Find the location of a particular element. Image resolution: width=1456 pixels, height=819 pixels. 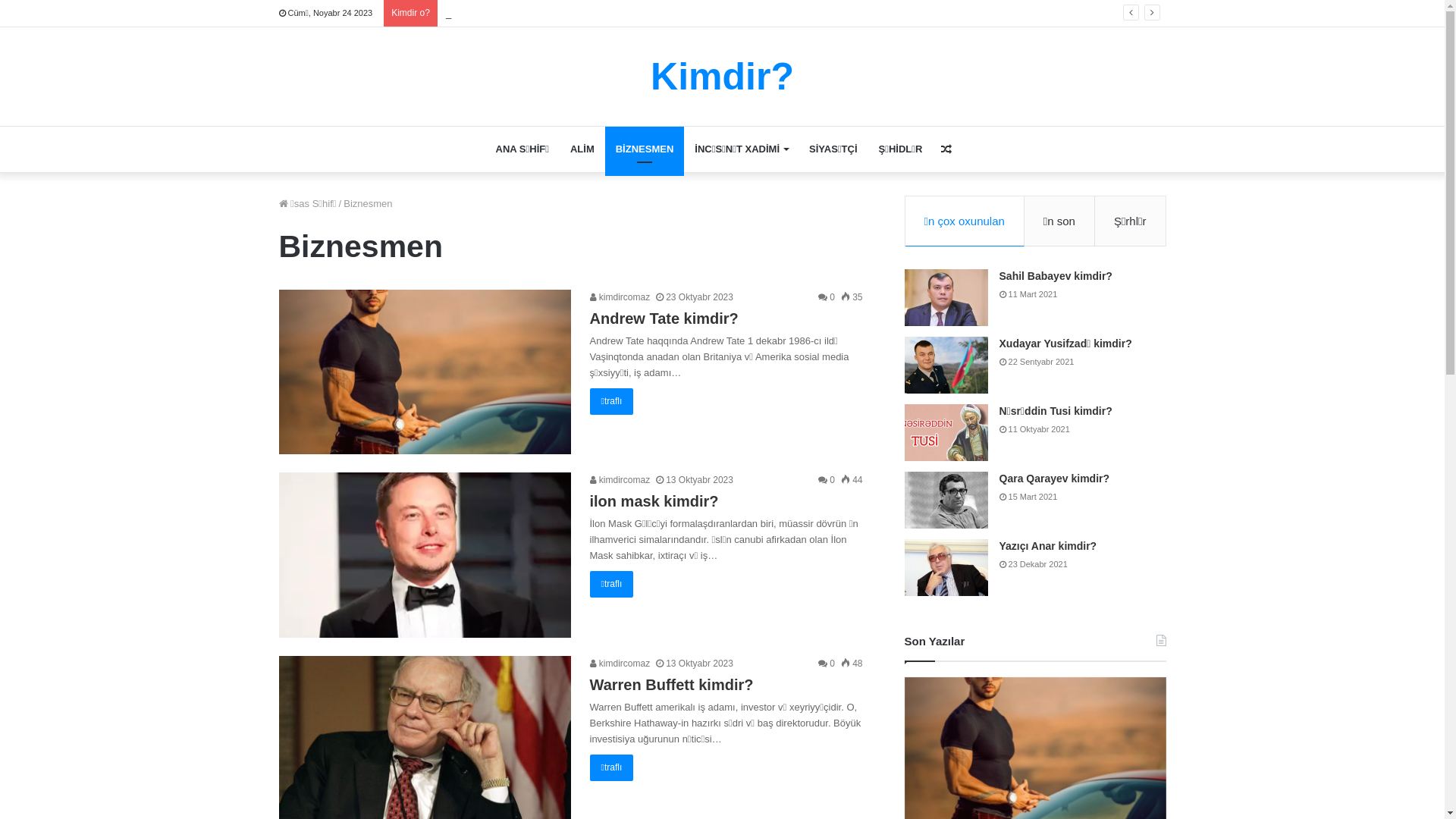

'Sahil Babayev kimdir? 5' is located at coordinates (946, 297).